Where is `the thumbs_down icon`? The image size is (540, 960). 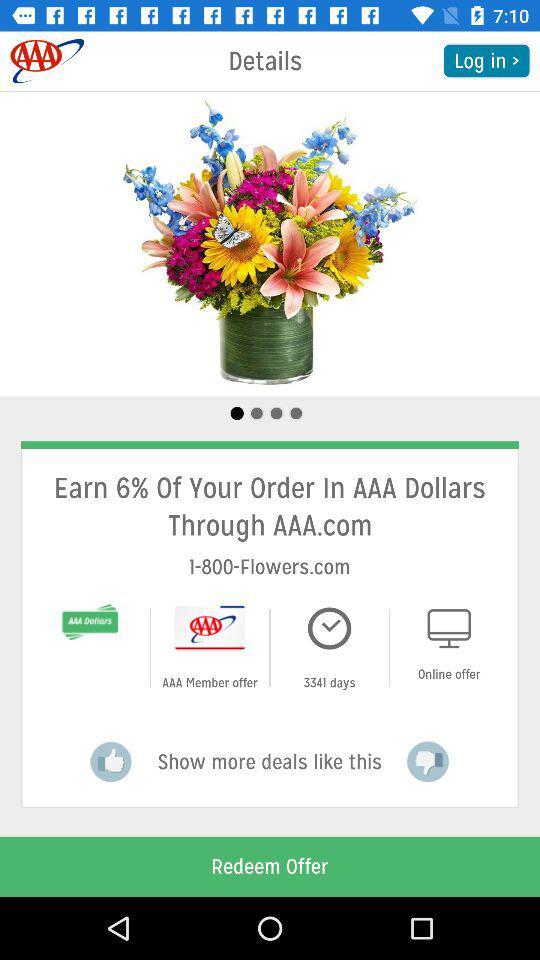 the thumbs_down icon is located at coordinates (427, 761).